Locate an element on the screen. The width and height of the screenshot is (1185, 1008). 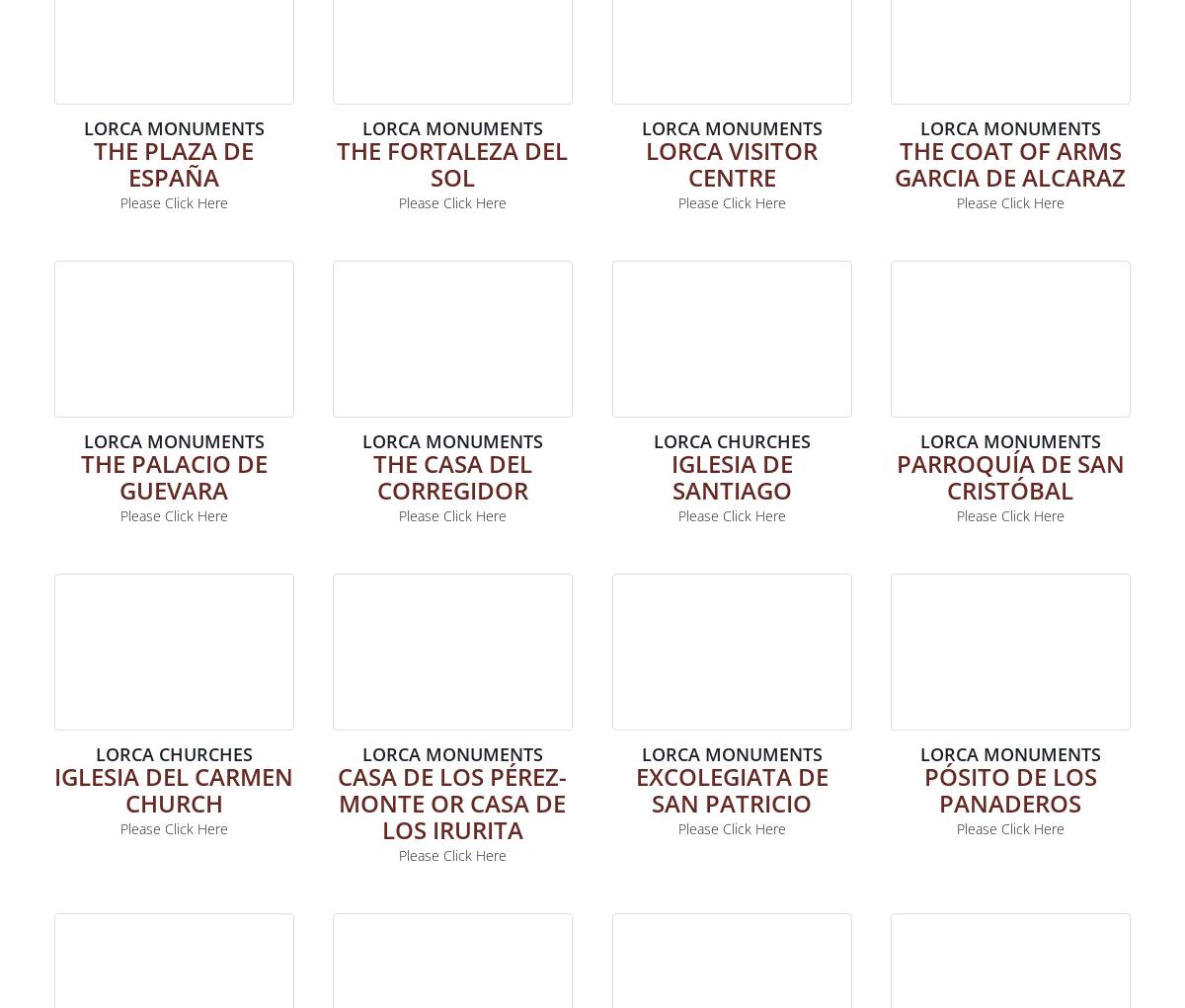
'THE COAT OF ARMS GARCIA DE ALCARAZ' is located at coordinates (895, 161).